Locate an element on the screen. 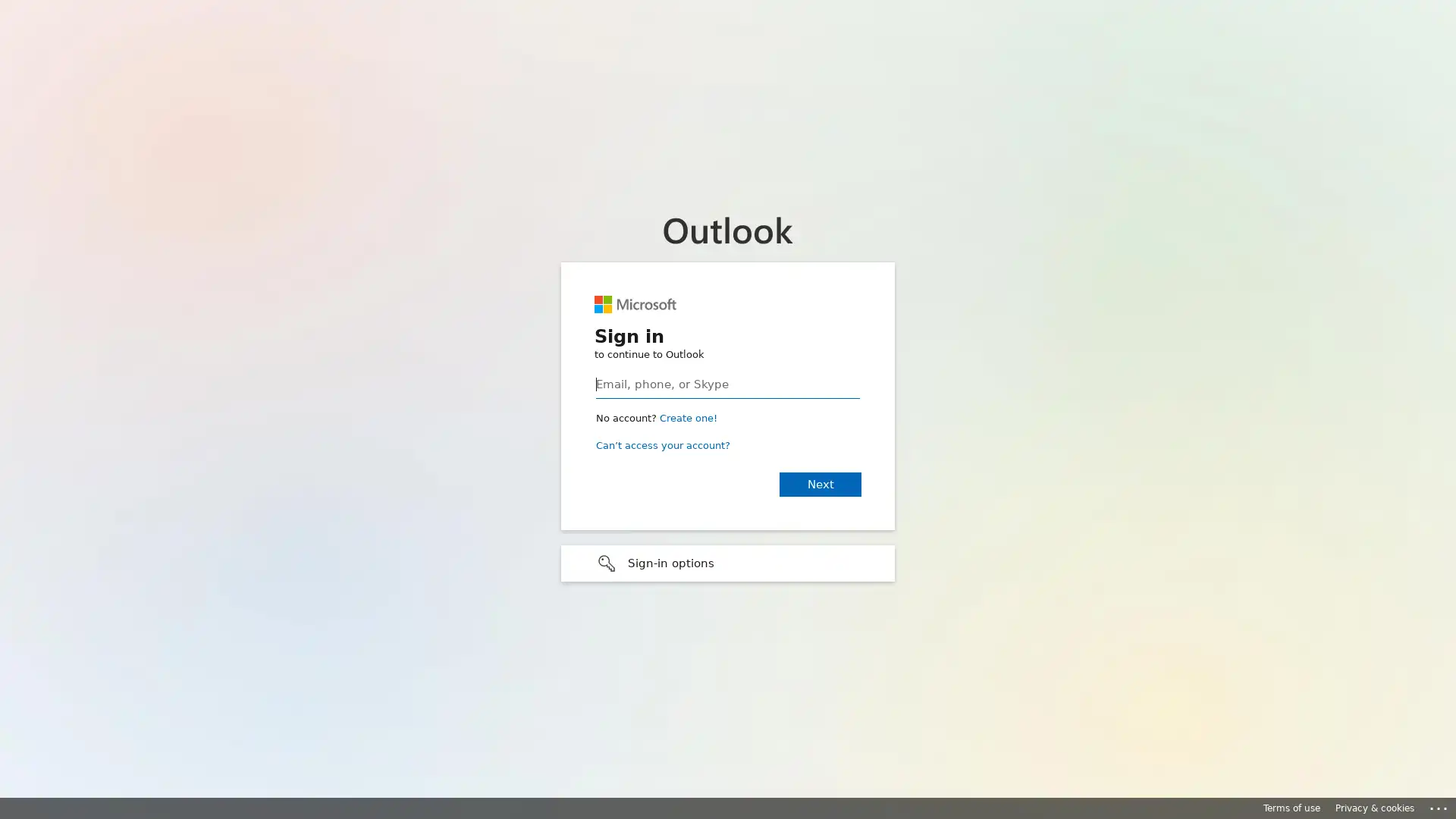 This screenshot has width=1456, height=819. Click here for troubleshooting information is located at coordinates (1439, 805).